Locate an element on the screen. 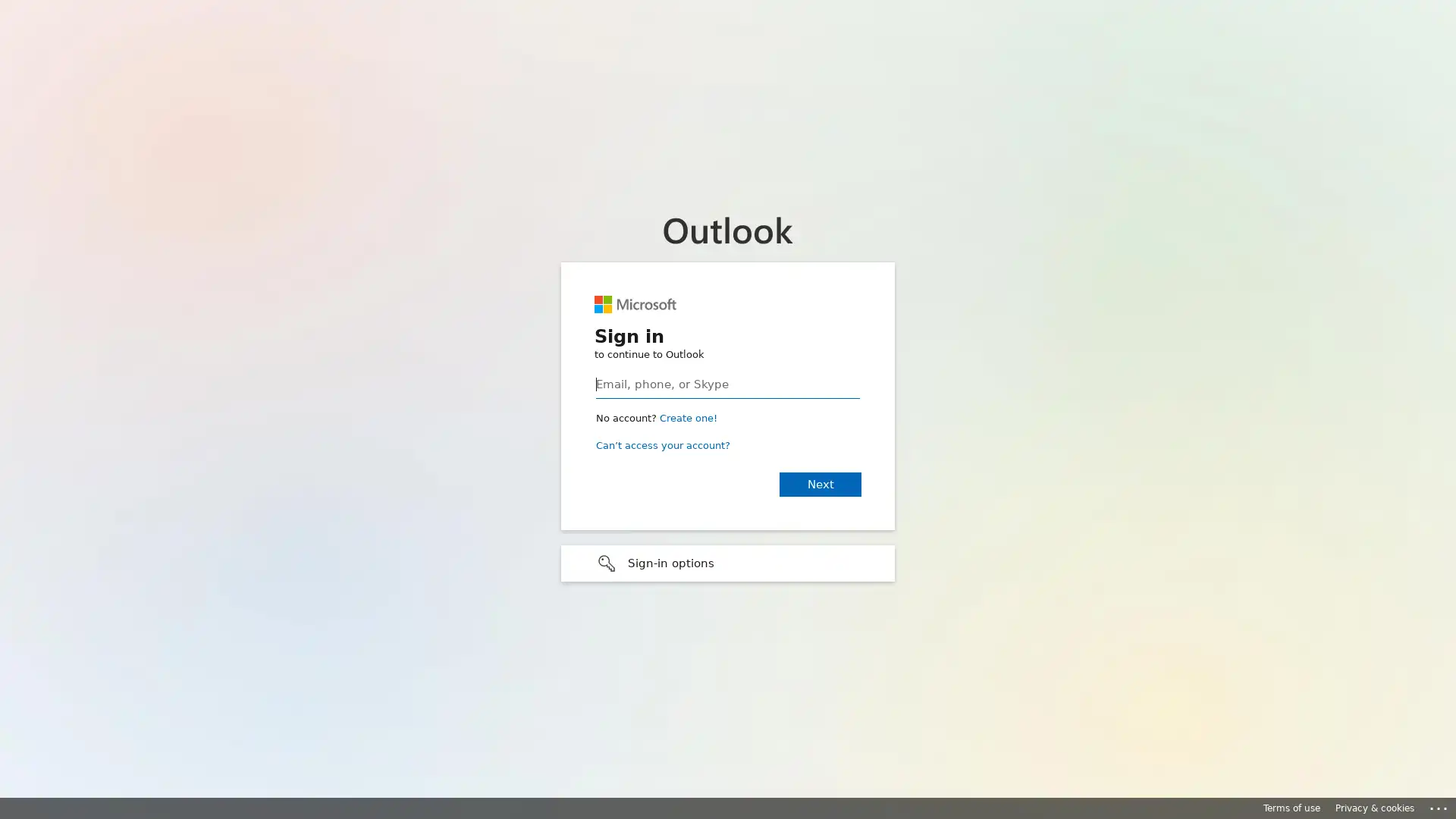 This screenshot has width=1456, height=819. Click here for troubleshooting information is located at coordinates (1439, 805).